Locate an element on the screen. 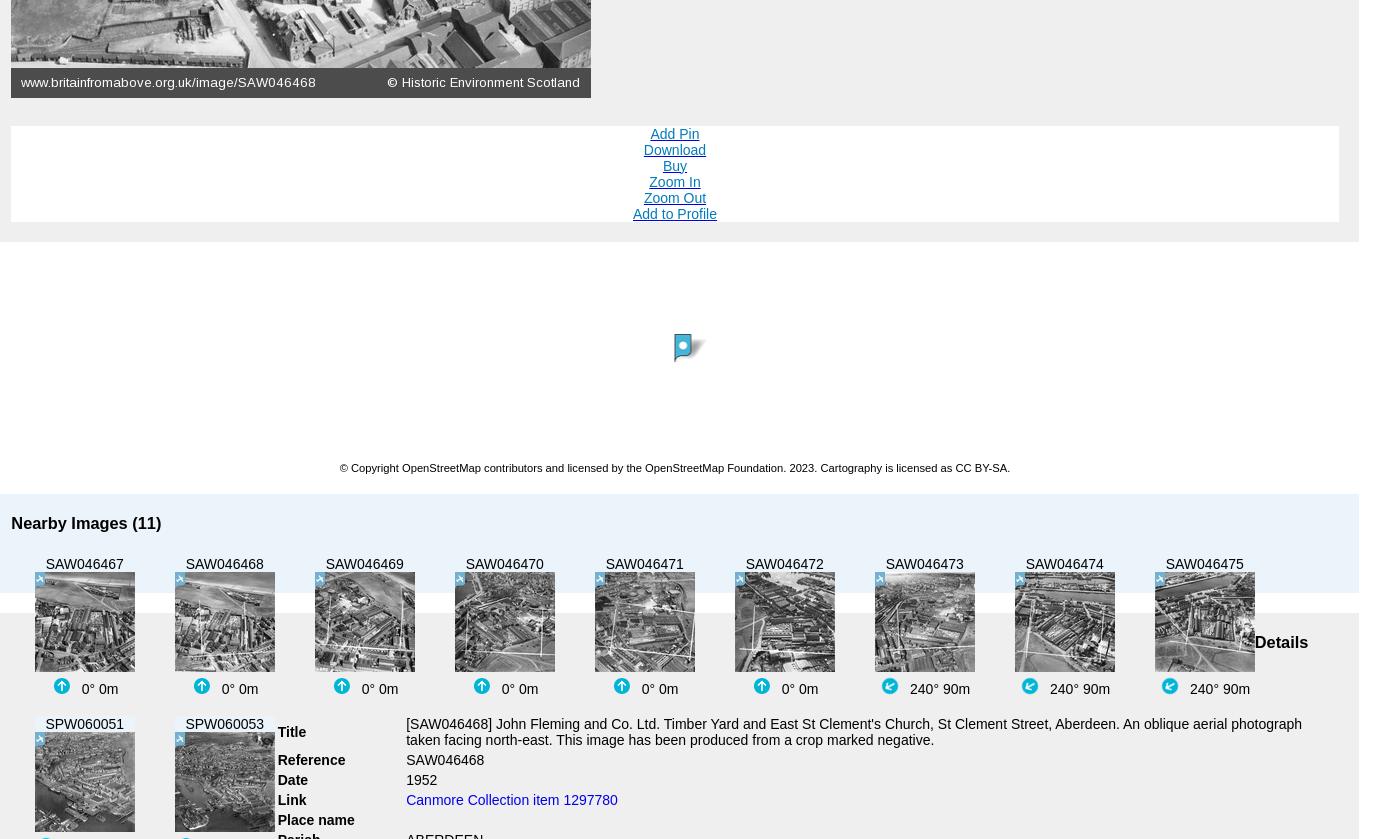 This screenshot has height=839, width=1376. 'SAW046468' is located at coordinates (443, 757).